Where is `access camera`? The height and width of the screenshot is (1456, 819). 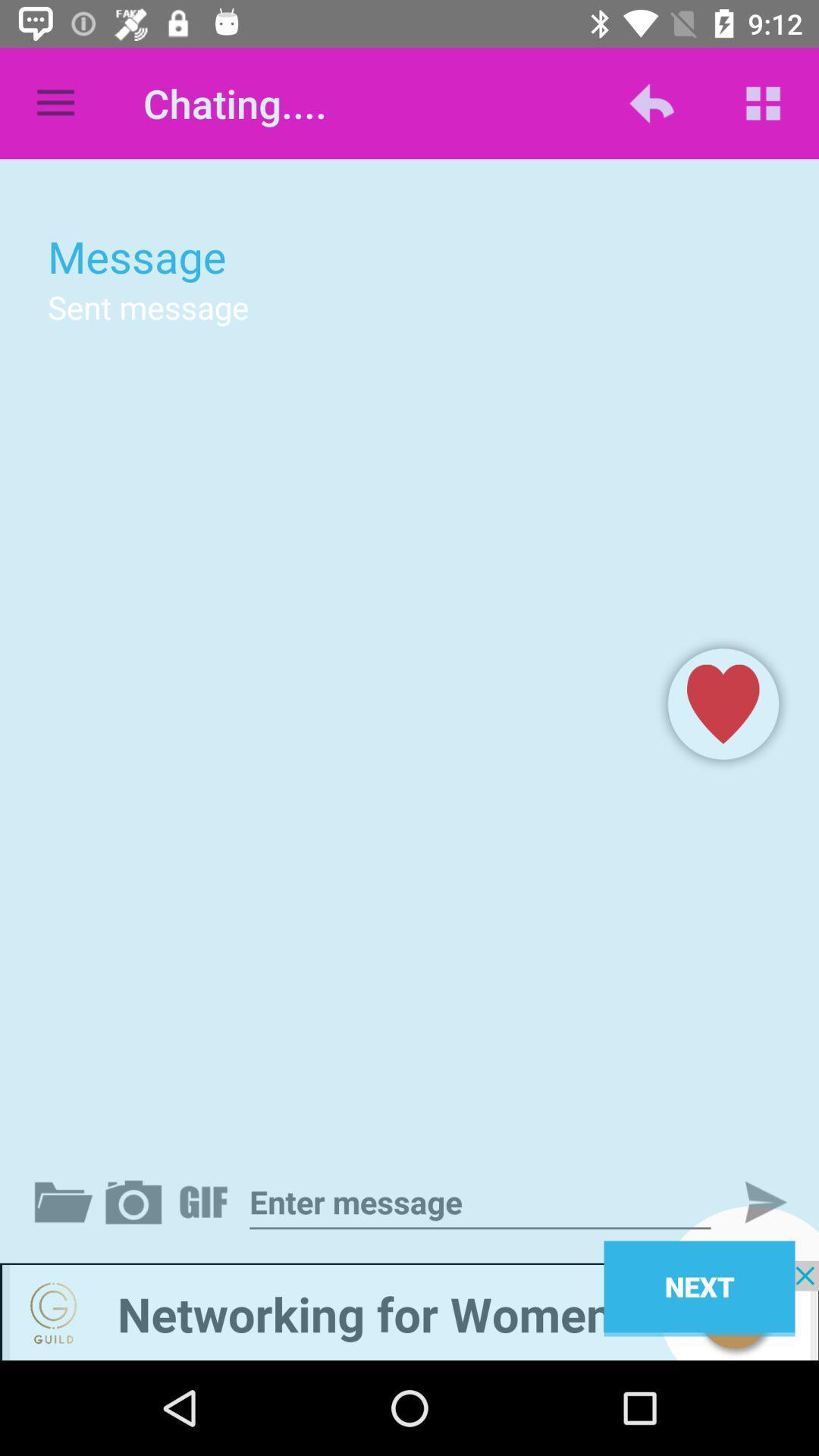 access camera is located at coordinates (136, 1201).